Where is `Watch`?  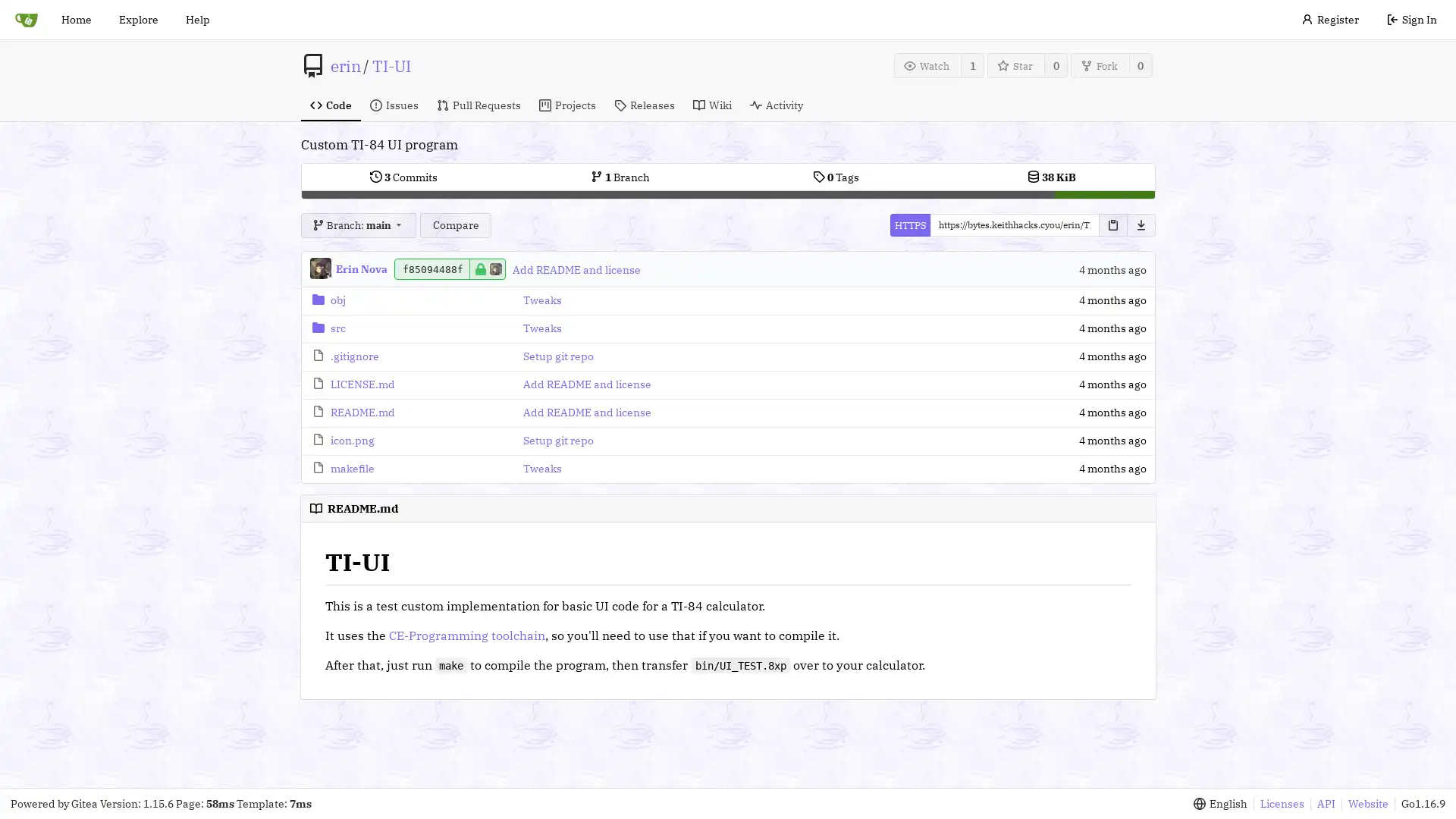 Watch is located at coordinates (927, 64).